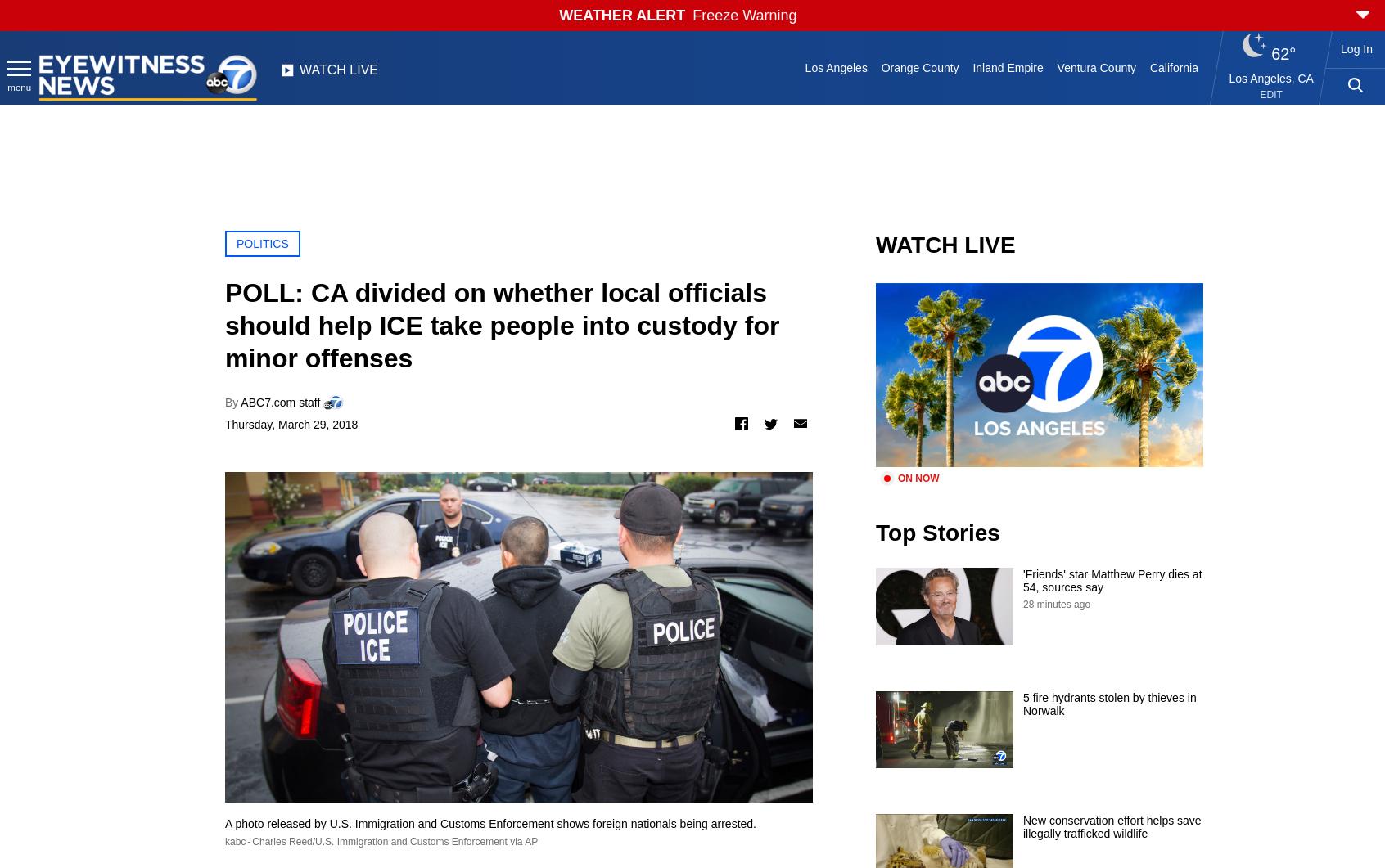  Describe the element at coordinates (621, 15) in the screenshot. I see `'WEATHER ALERT'` at that location.